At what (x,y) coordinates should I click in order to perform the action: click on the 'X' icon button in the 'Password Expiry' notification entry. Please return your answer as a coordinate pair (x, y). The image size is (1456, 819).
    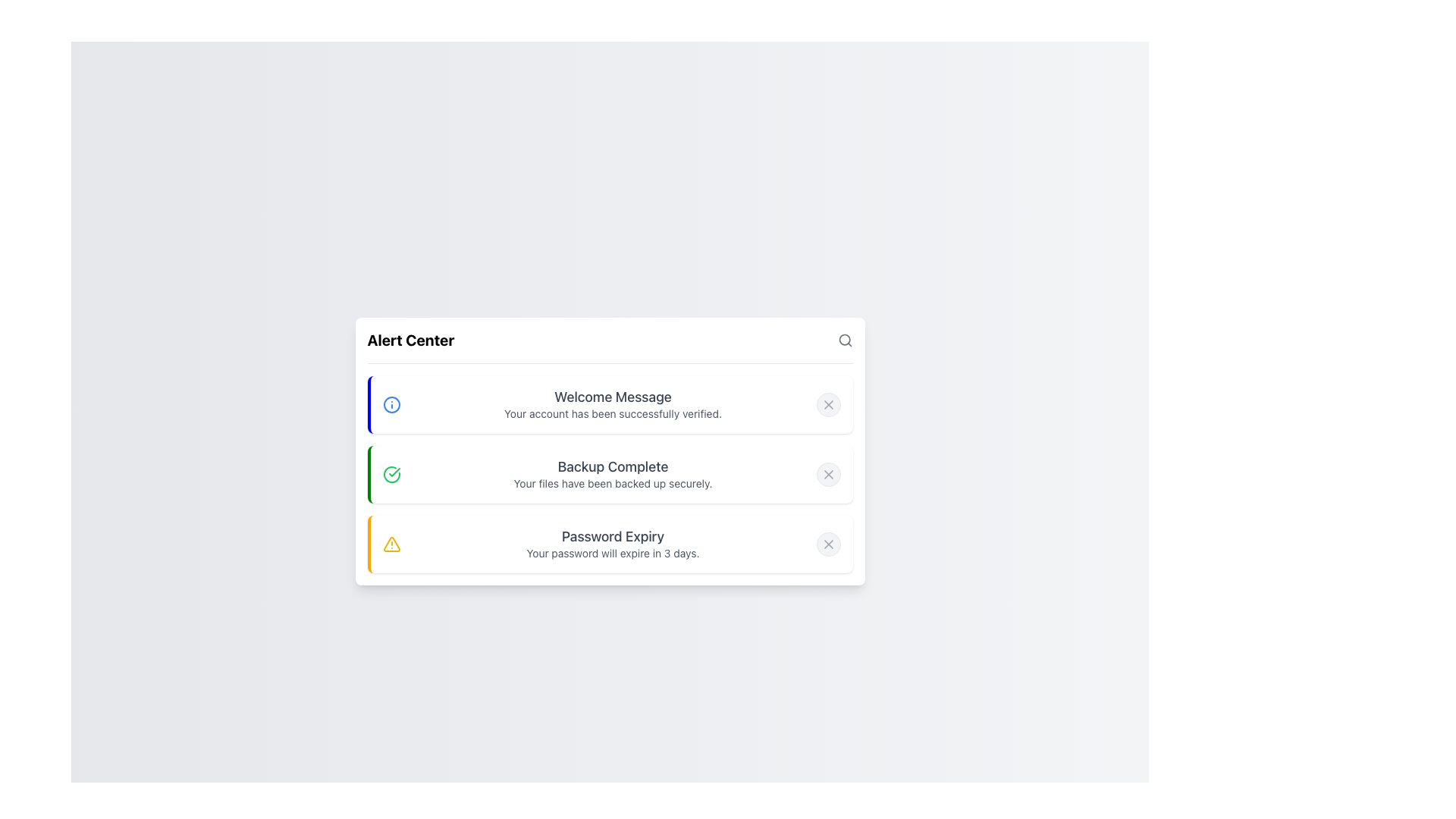
    Looking at the image, I should click on (827, 543).